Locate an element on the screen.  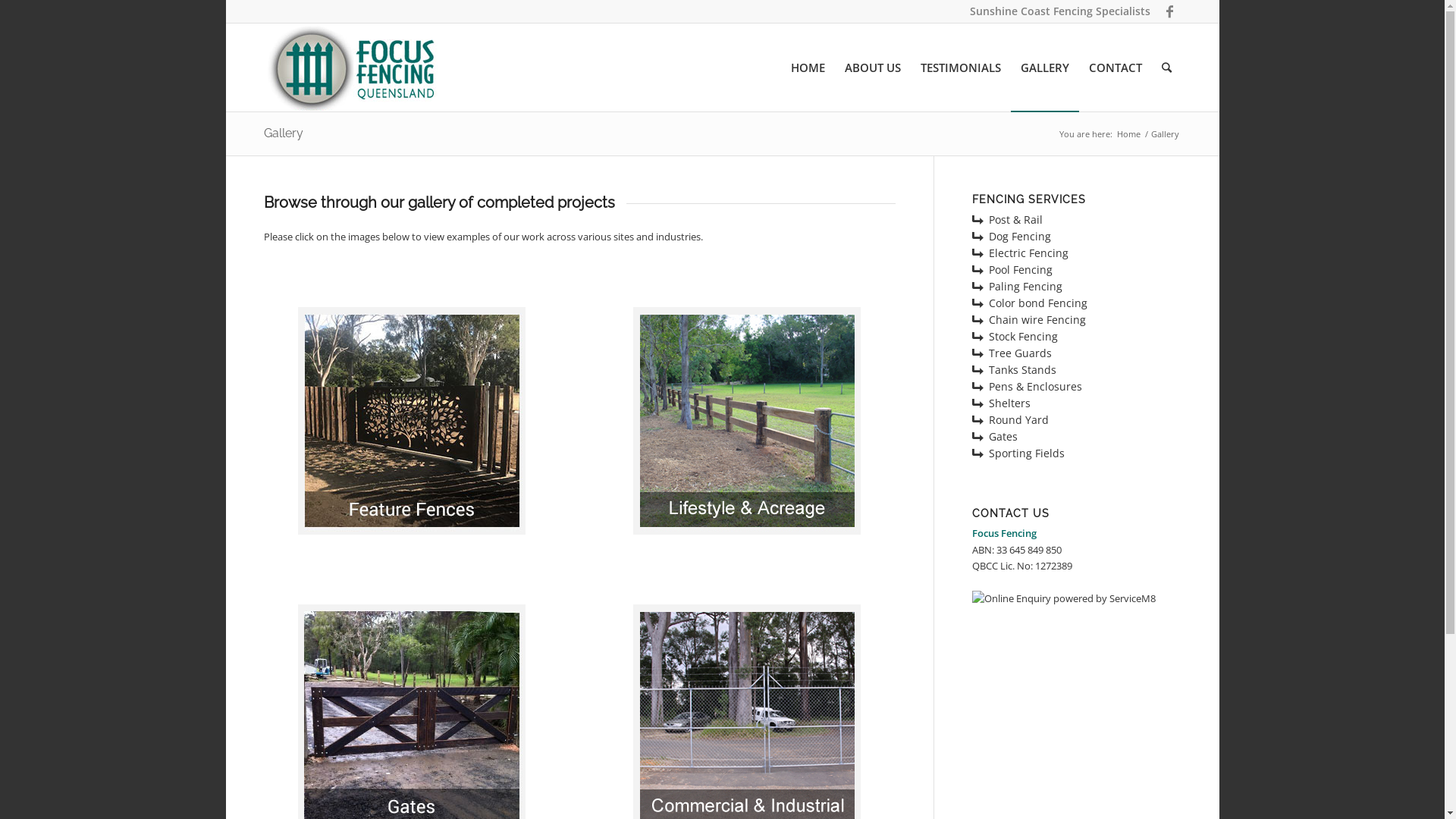
'HOME' is located at coordinates (807, 66).